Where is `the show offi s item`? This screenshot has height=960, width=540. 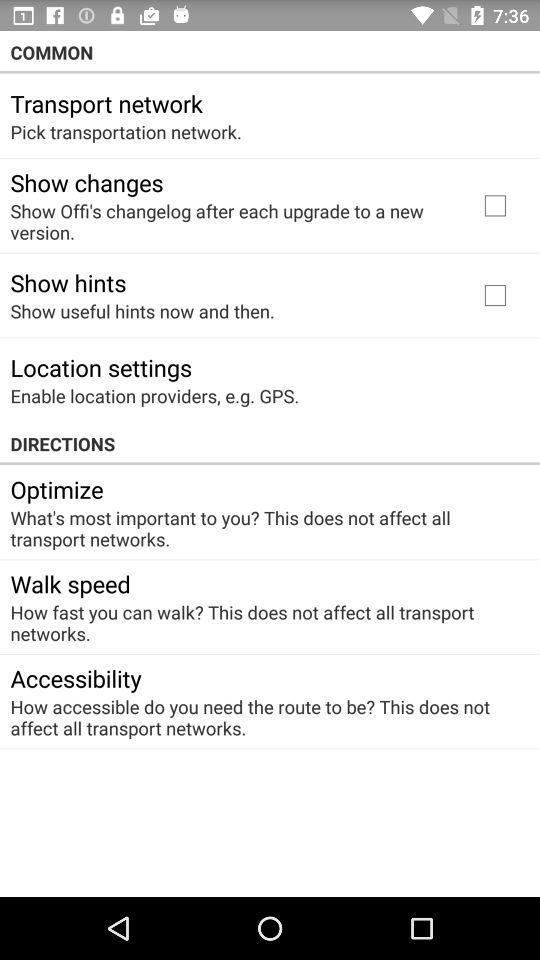
the show offi s item is located at coordinates (230, 221).